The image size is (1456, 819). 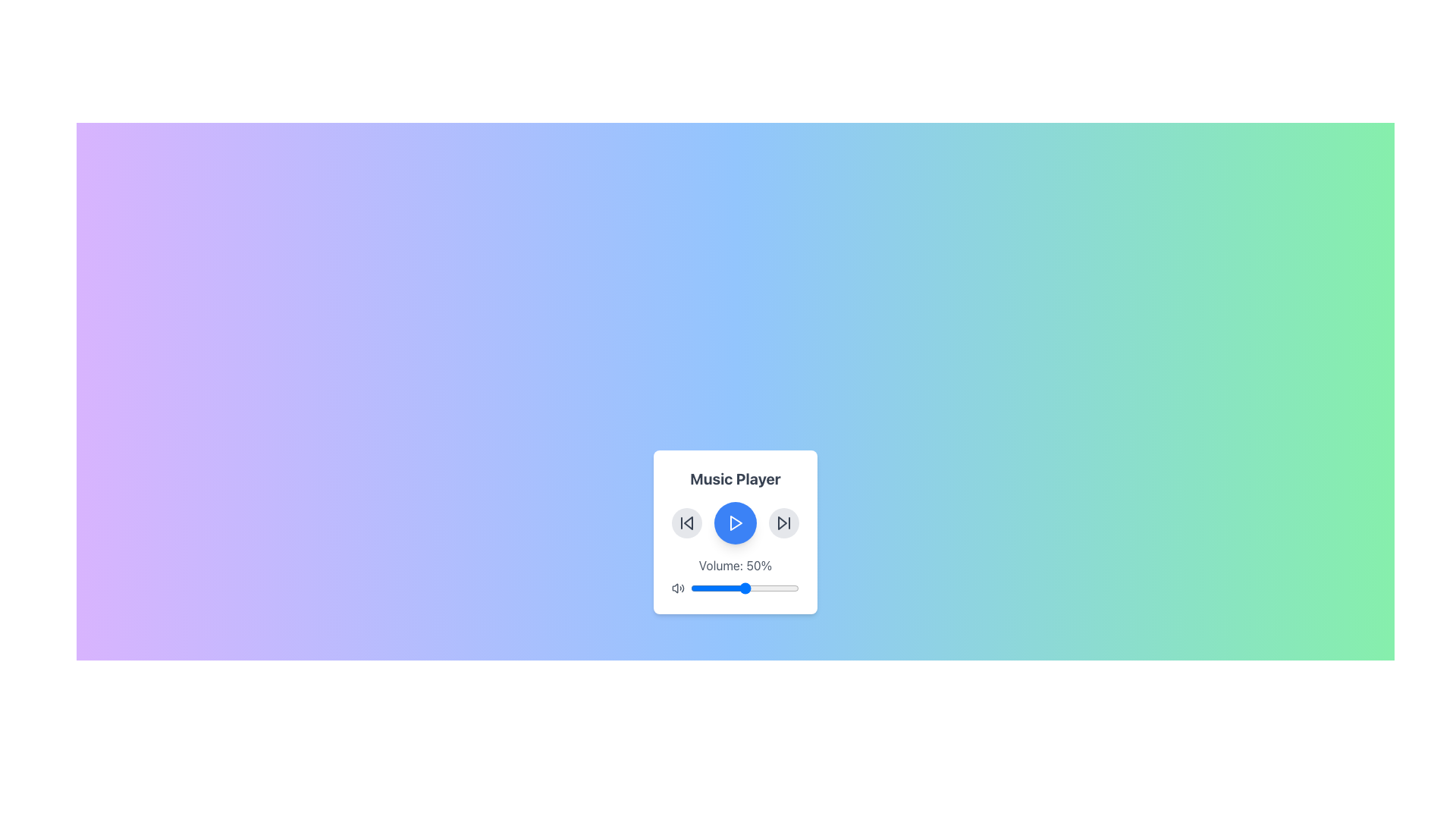 I want to click on the circular blue button with a white play icon, so click(x=735, y=522).